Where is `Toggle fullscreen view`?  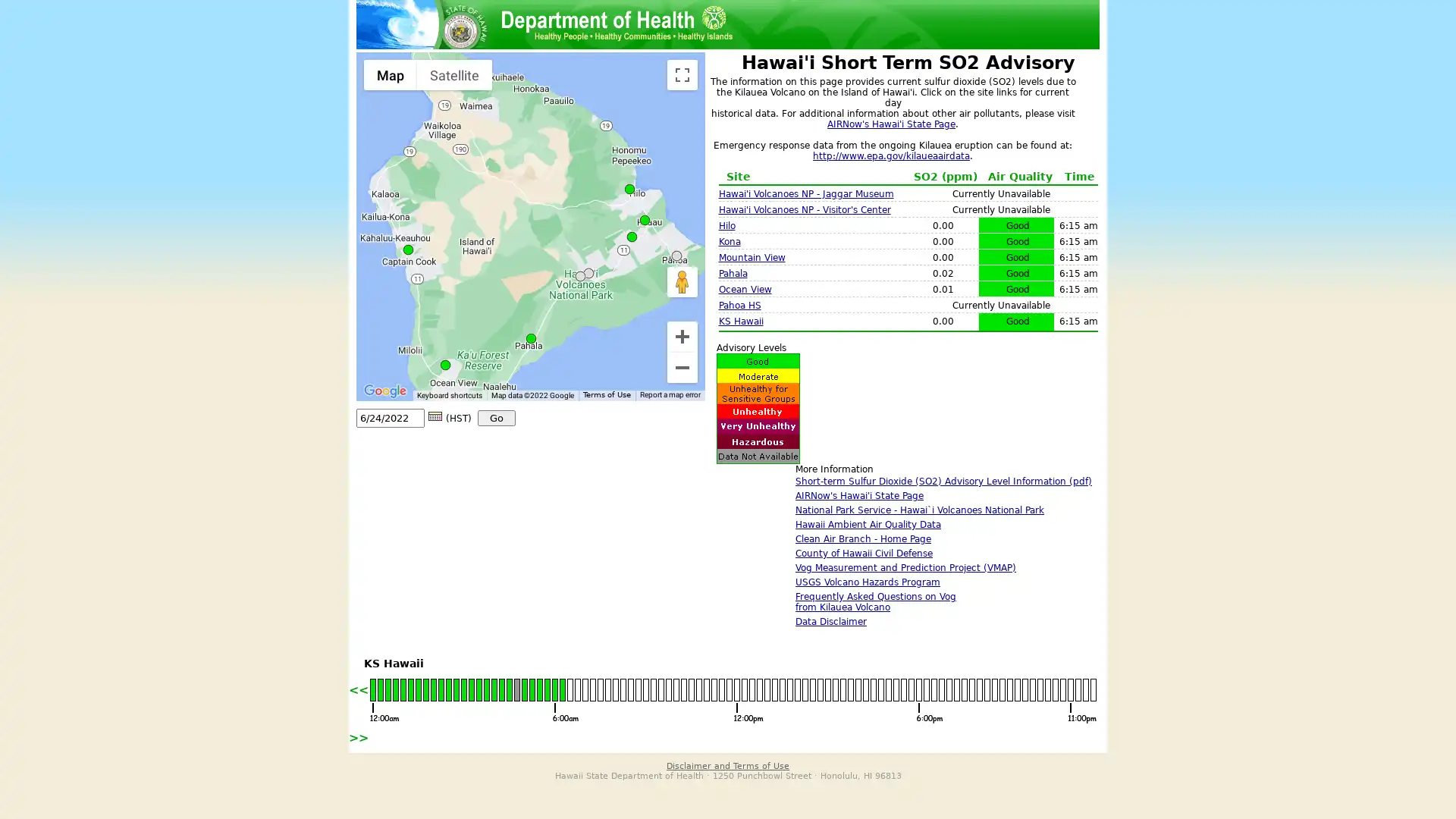
Toggle fullscreen view is located at coordinates (682, 75).